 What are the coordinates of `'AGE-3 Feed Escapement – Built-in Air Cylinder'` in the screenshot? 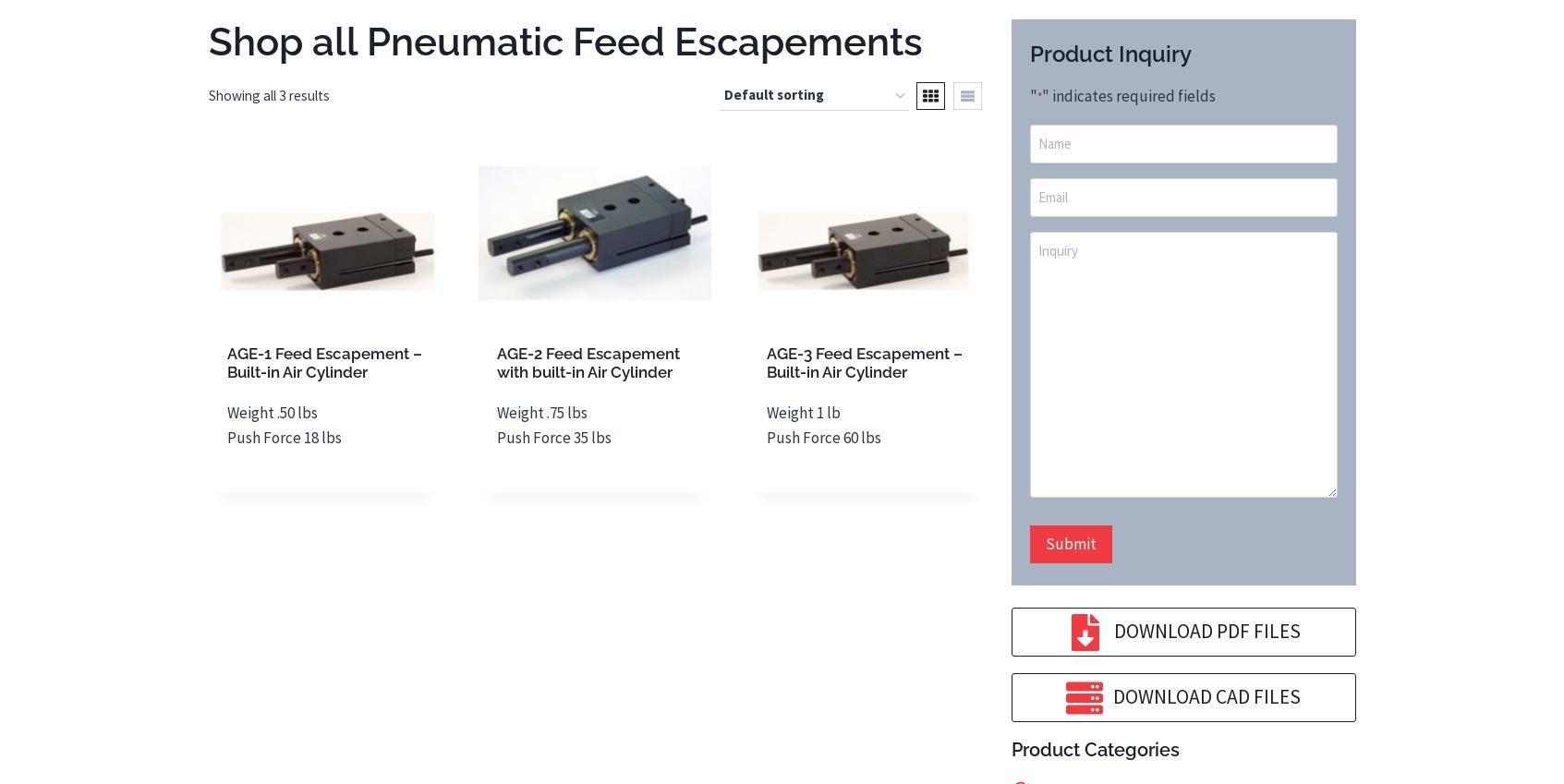 It's located at (864, 361).